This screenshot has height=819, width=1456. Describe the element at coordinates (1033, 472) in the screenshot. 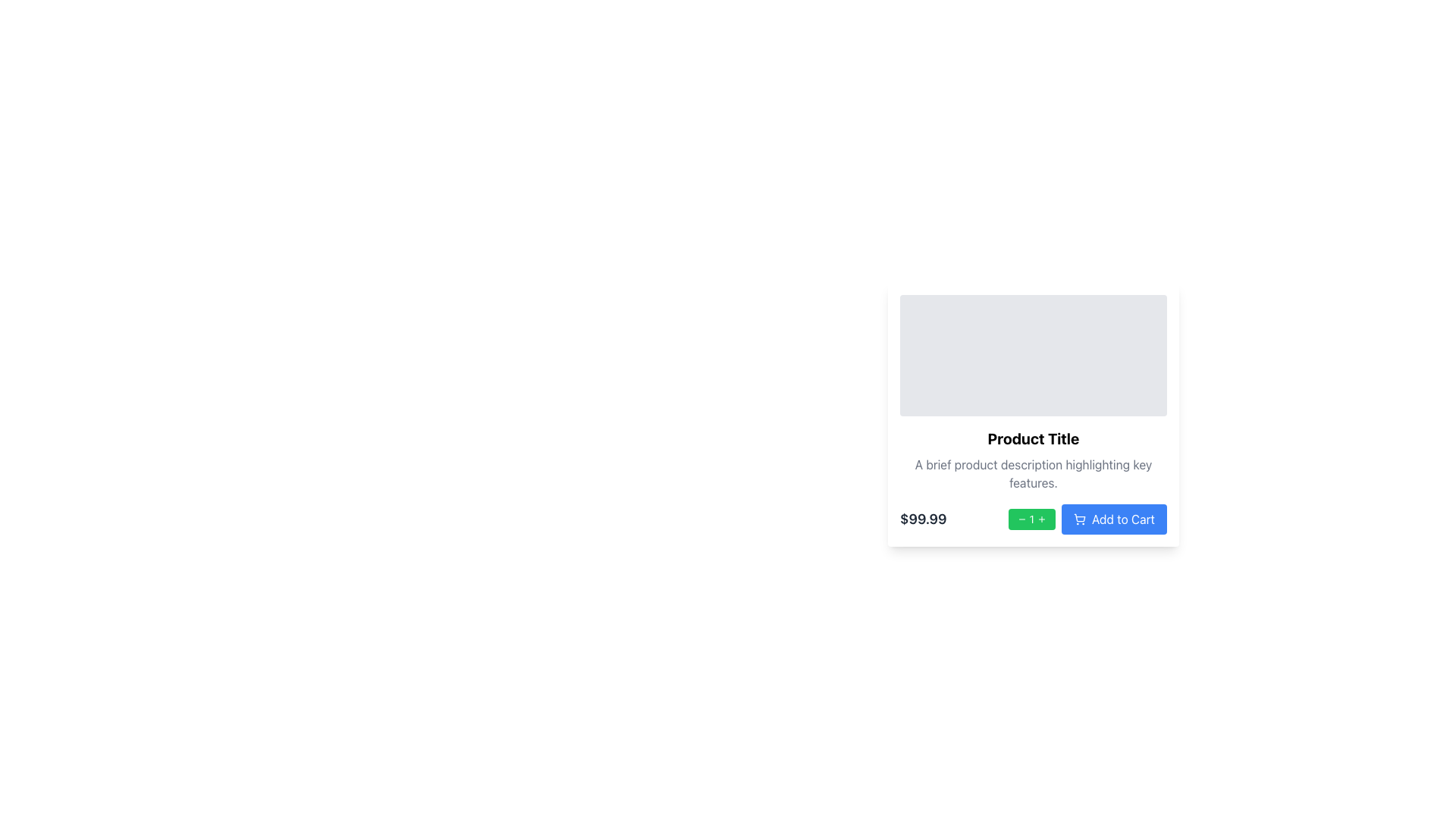

I see `text label displaying 'A brief product description highlighting key features.' located centrally within the card, positioned below the 'Product Title' and above the price '$99.99'` at that location.